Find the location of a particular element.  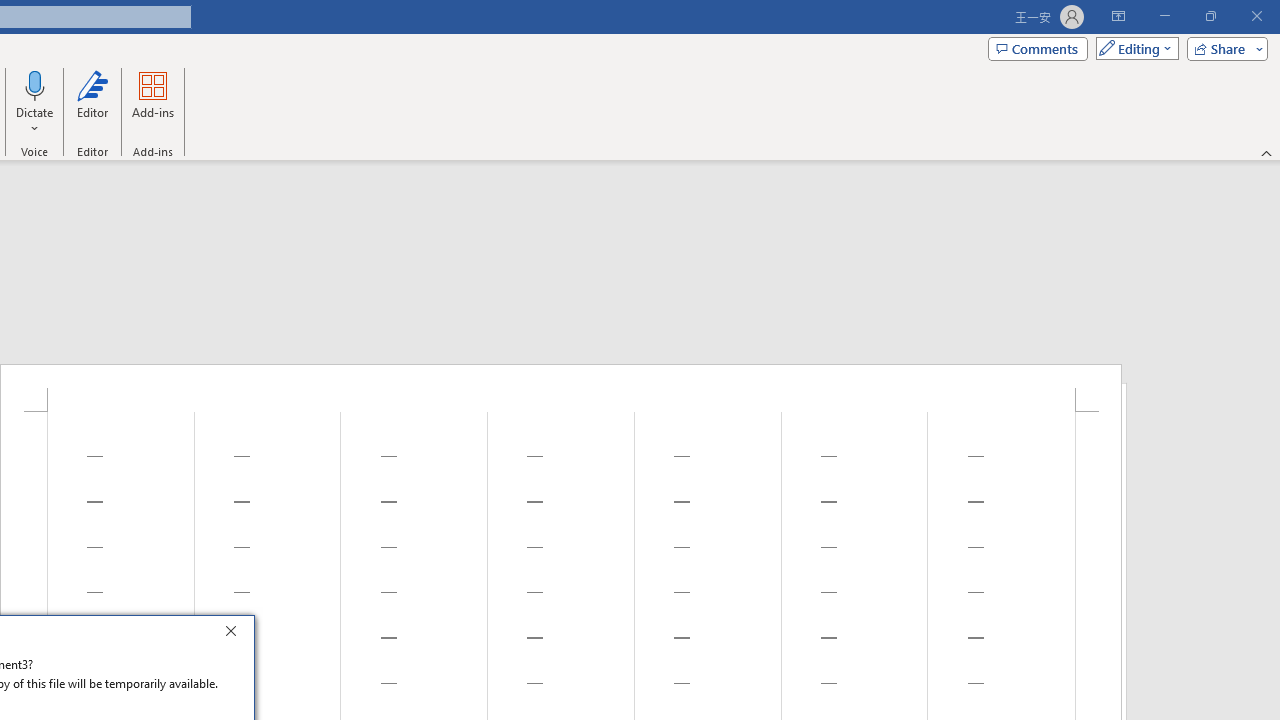

'Share' is located at coordinates (1222, 47).